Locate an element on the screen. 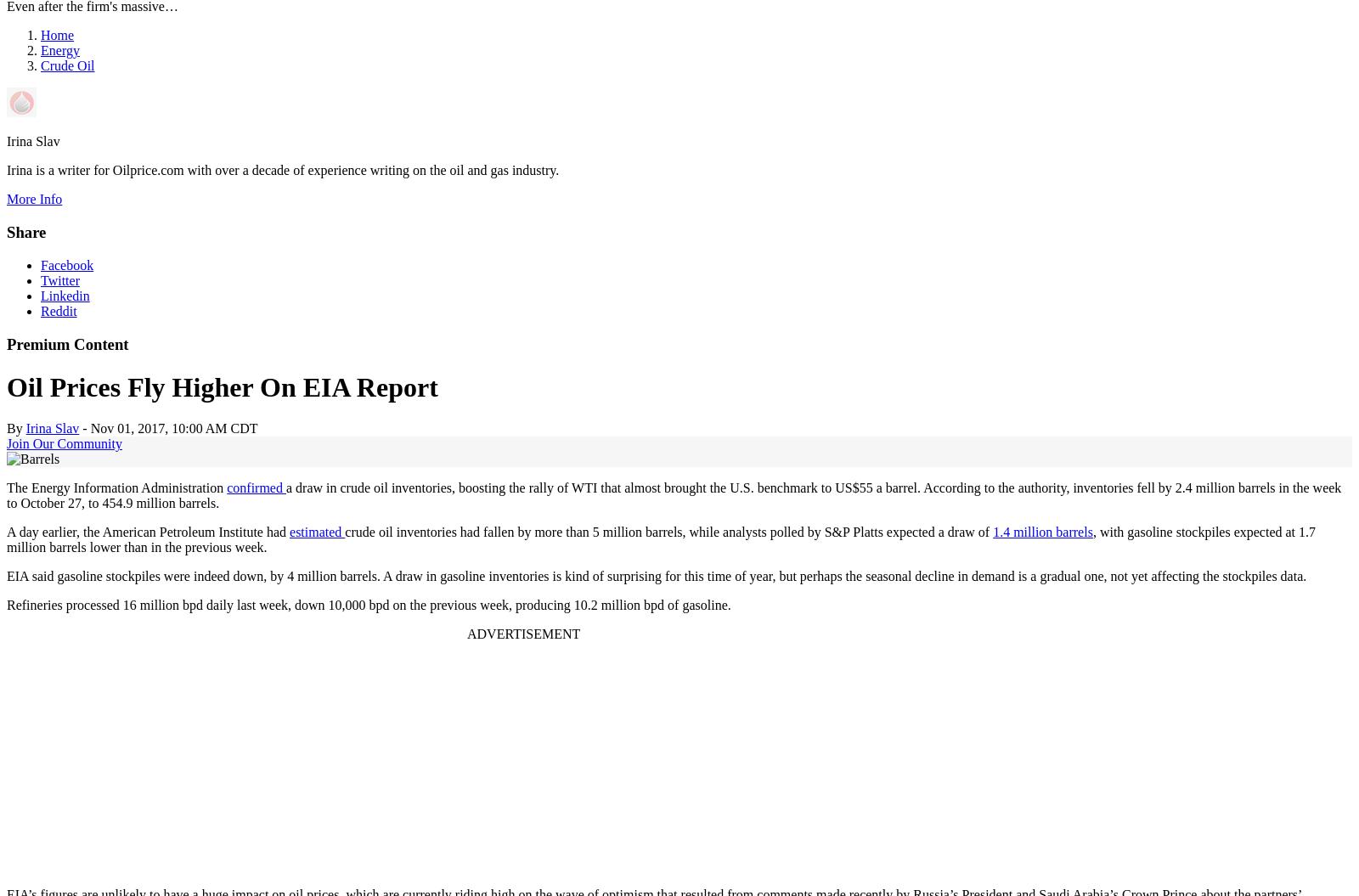 The image size is (1359, 896). 'estimated' is located at coordinates (317, 532).